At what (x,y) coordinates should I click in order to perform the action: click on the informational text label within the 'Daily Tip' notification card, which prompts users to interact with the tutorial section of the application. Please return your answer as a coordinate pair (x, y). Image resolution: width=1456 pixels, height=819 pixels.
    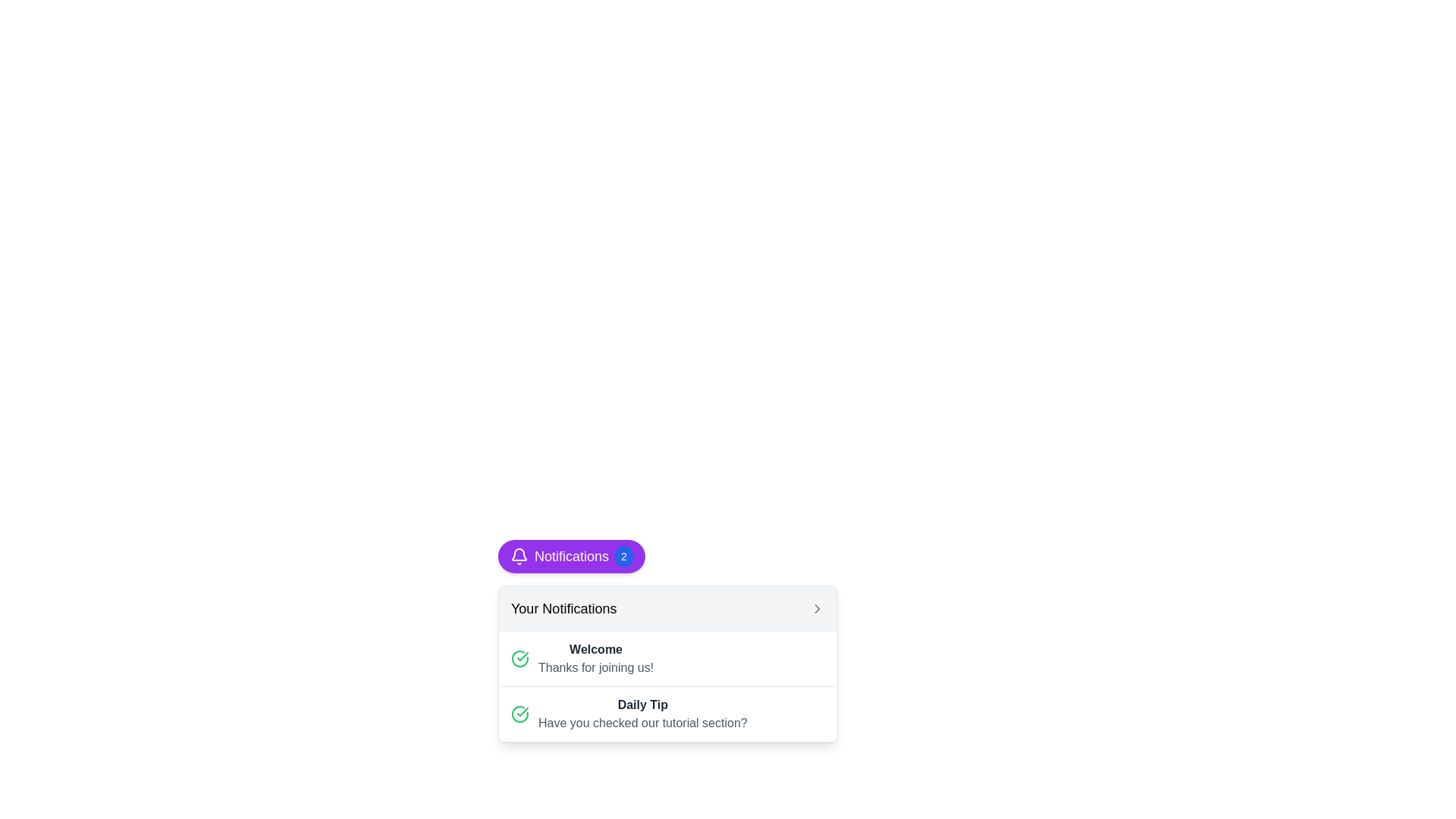
    Looking at the image, I should click on (642, 722).